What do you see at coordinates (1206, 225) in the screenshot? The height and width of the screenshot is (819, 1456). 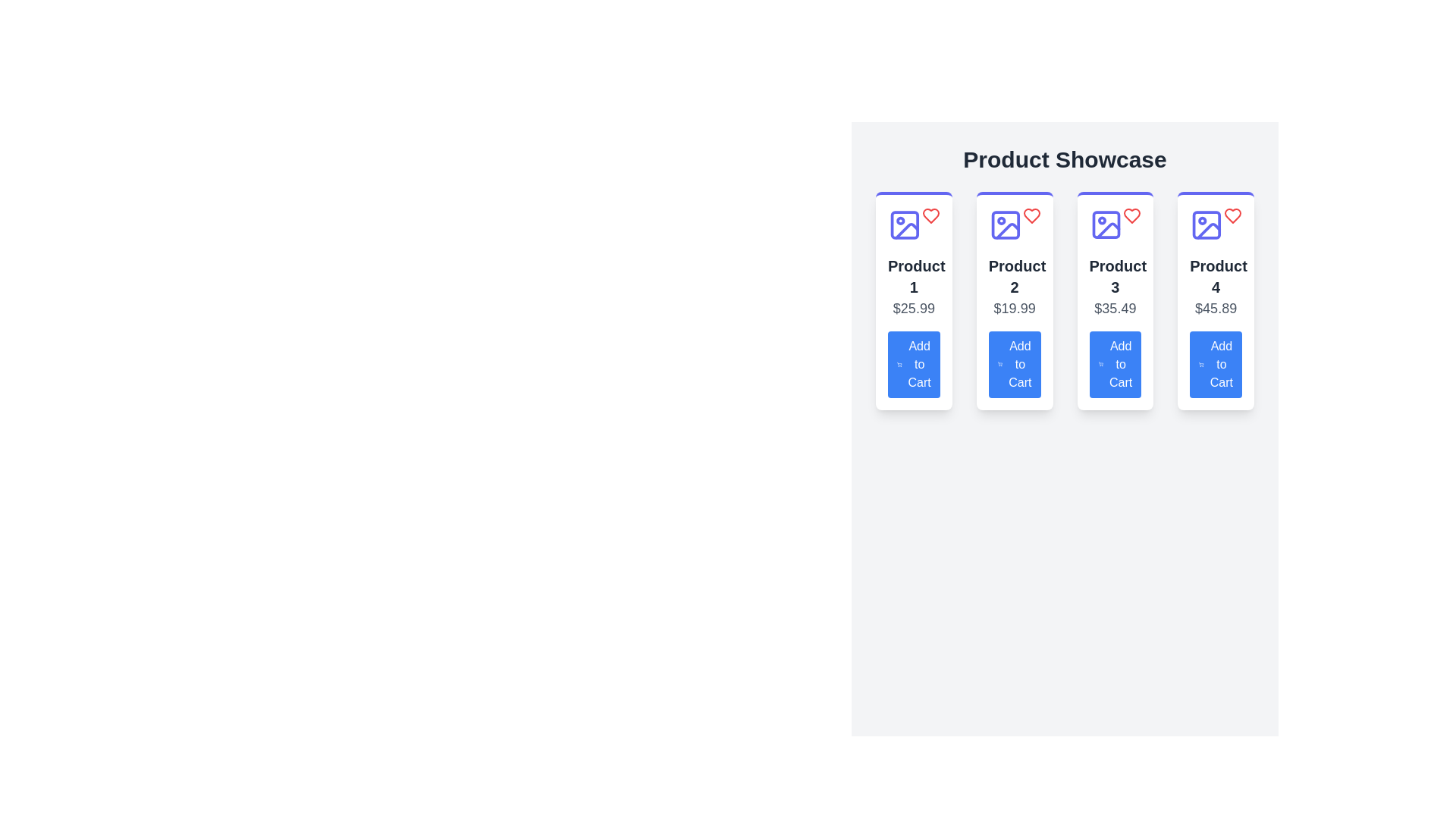 I see `the SVG rectangular shape with rounded edges located in the icon area of the fourth product card, serving as a decorative component or identification marker` at bounding box center [1206, 225].